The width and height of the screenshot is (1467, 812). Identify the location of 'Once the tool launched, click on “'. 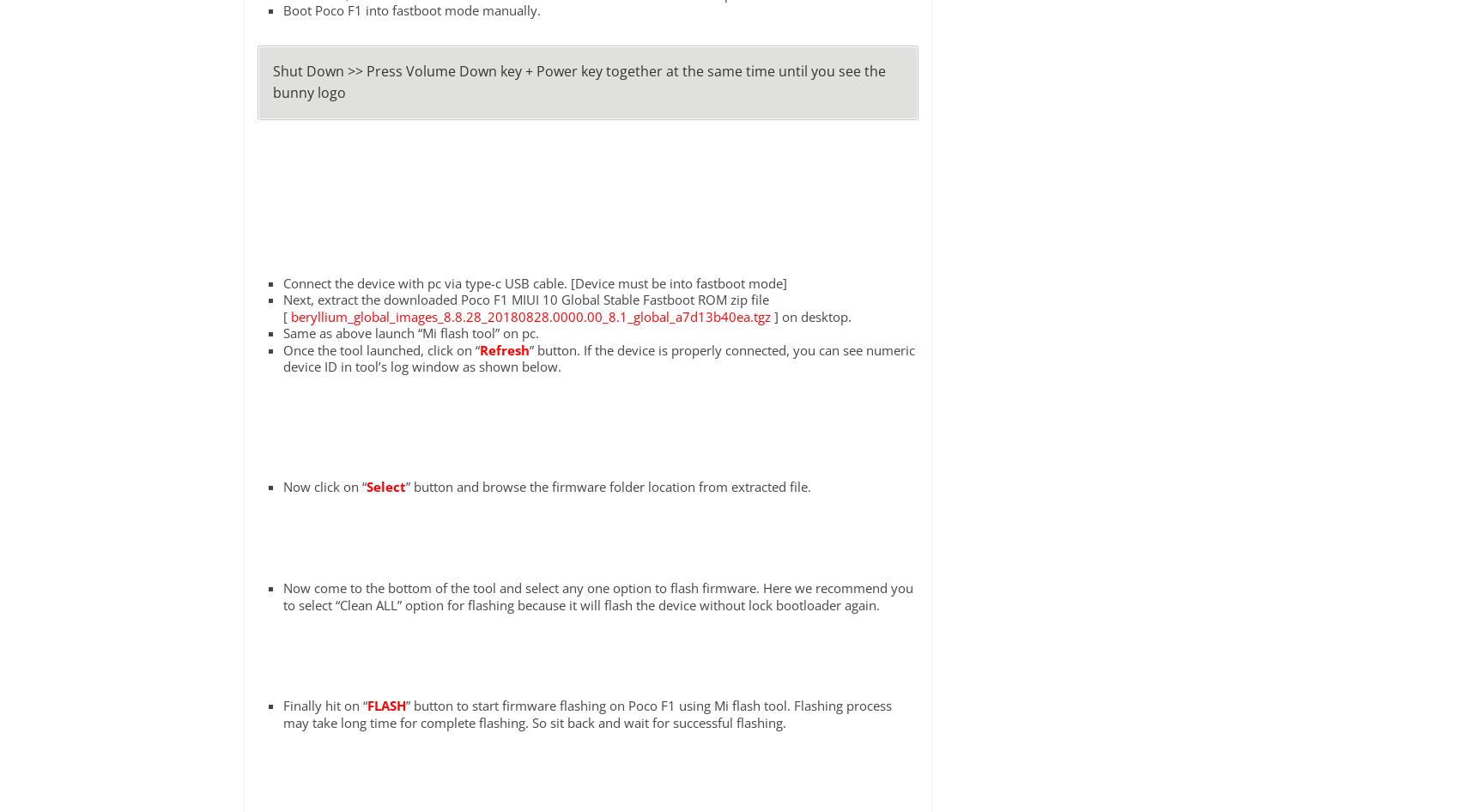
(379, 348).